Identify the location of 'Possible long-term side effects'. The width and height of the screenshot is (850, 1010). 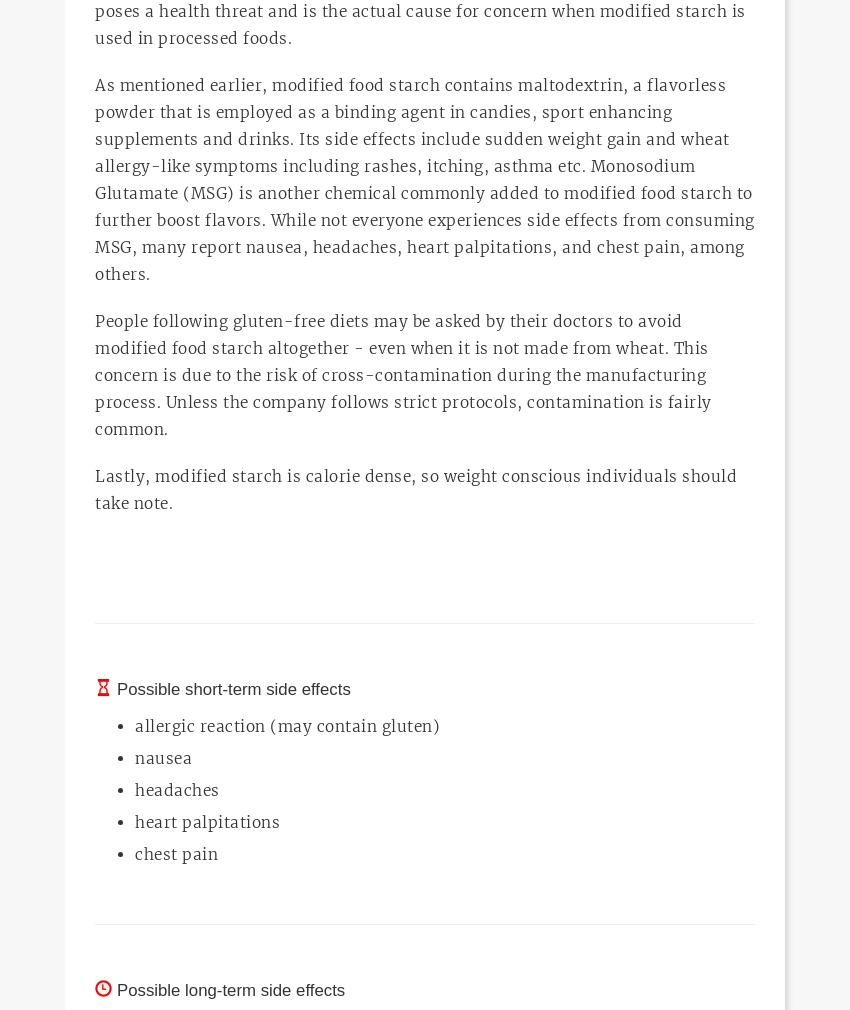
(231, 989).